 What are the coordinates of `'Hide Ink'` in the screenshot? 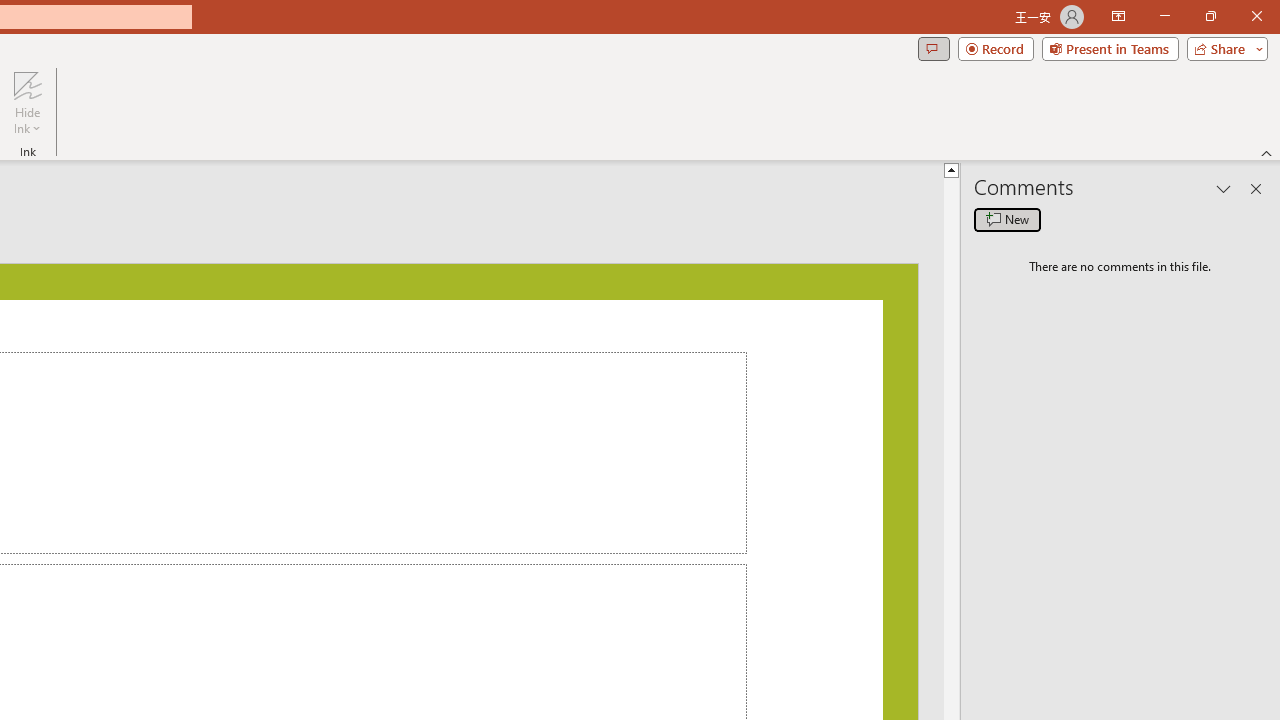 It's located at (27, 103).